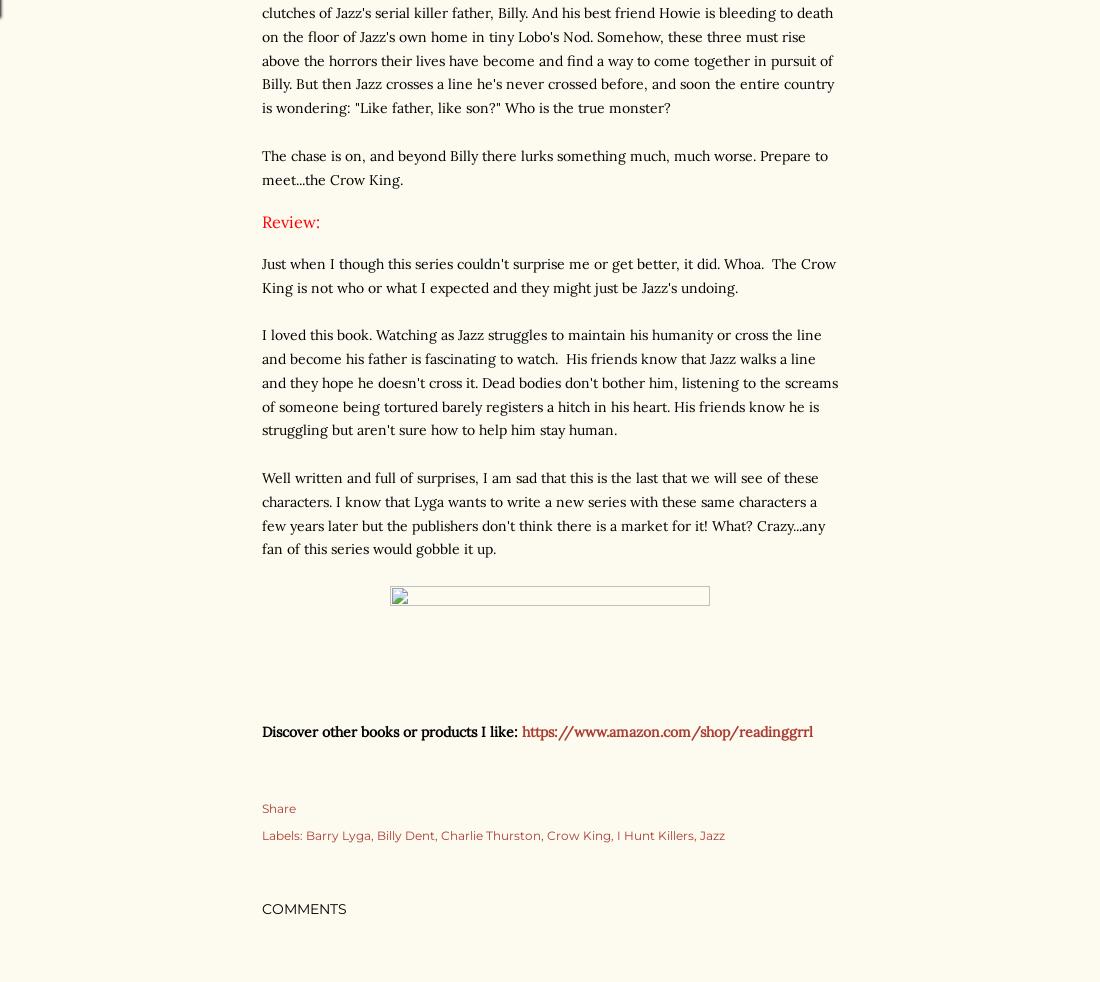 The image size is (1100, 982). I want to click on 'I Hunt Killers', so click(655, 835).